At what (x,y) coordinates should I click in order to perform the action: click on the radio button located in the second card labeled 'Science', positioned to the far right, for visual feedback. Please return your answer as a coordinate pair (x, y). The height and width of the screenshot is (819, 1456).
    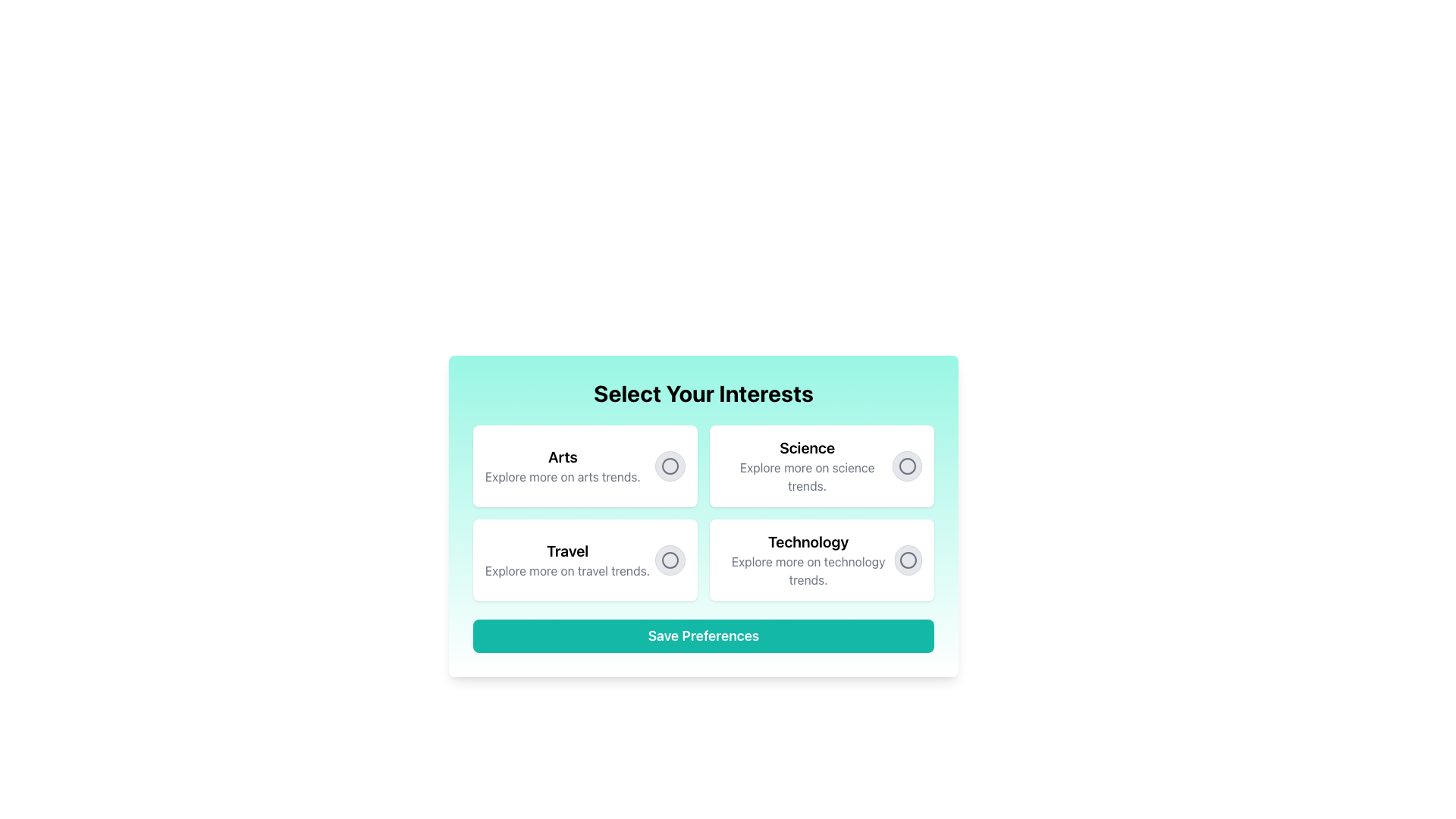
    Looking at the image, I should click on (907, 465).